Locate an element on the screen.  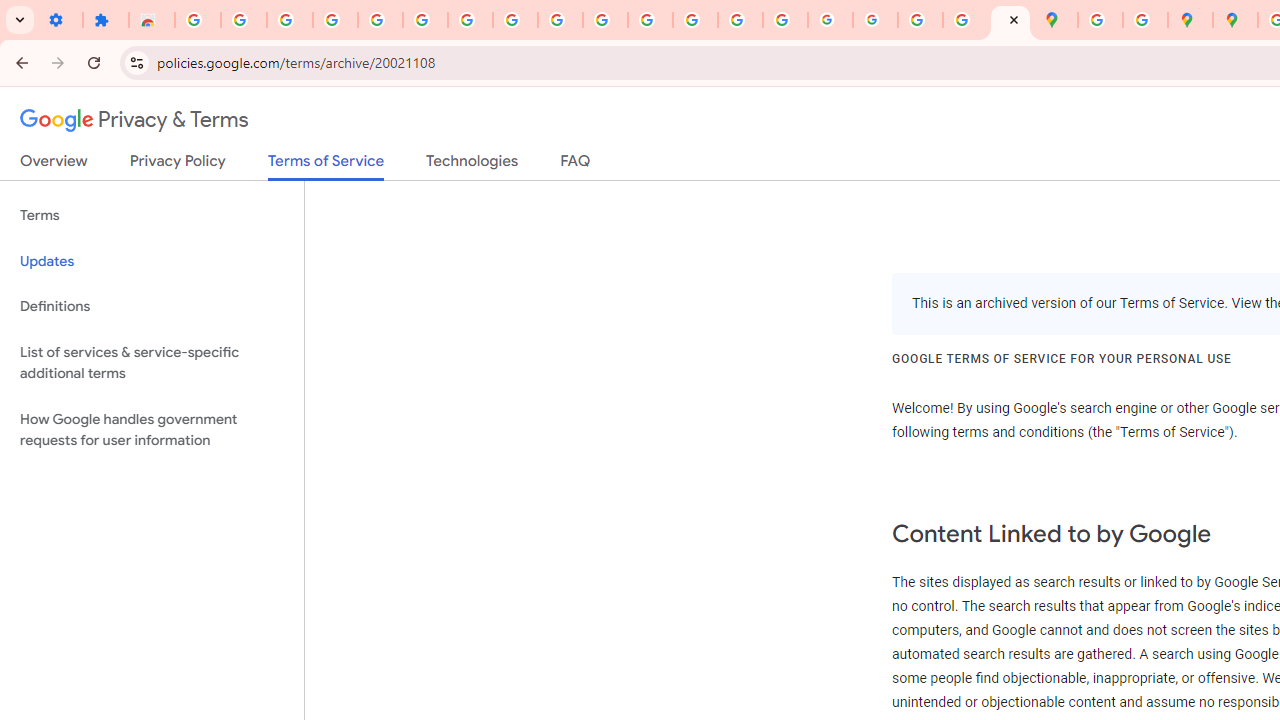
'Updates' is located at coordinates (151, 260).